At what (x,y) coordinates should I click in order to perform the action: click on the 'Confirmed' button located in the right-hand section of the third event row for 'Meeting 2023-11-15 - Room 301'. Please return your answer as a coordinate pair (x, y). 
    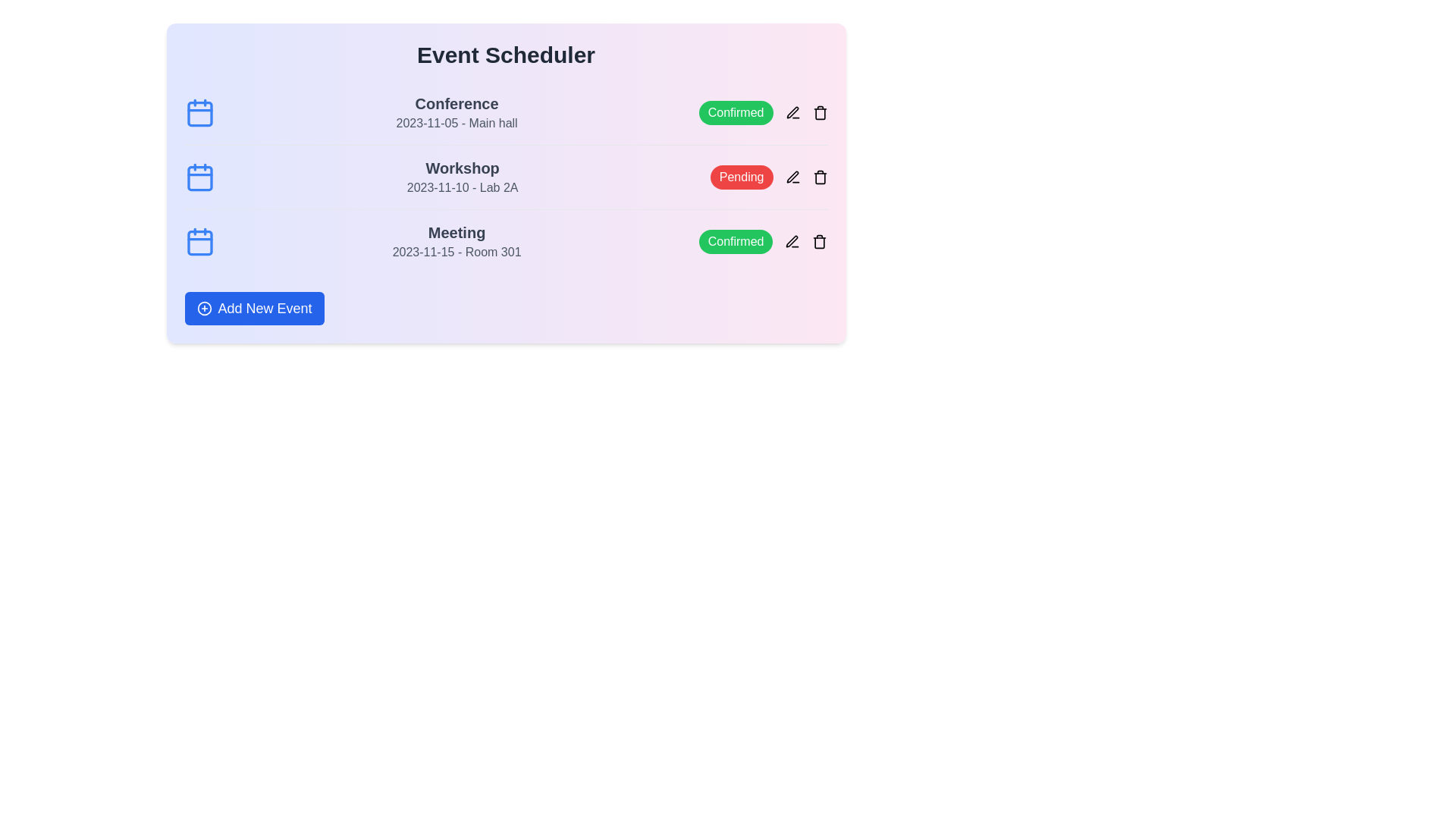
    Looking at the image, I should click on (763, 241).